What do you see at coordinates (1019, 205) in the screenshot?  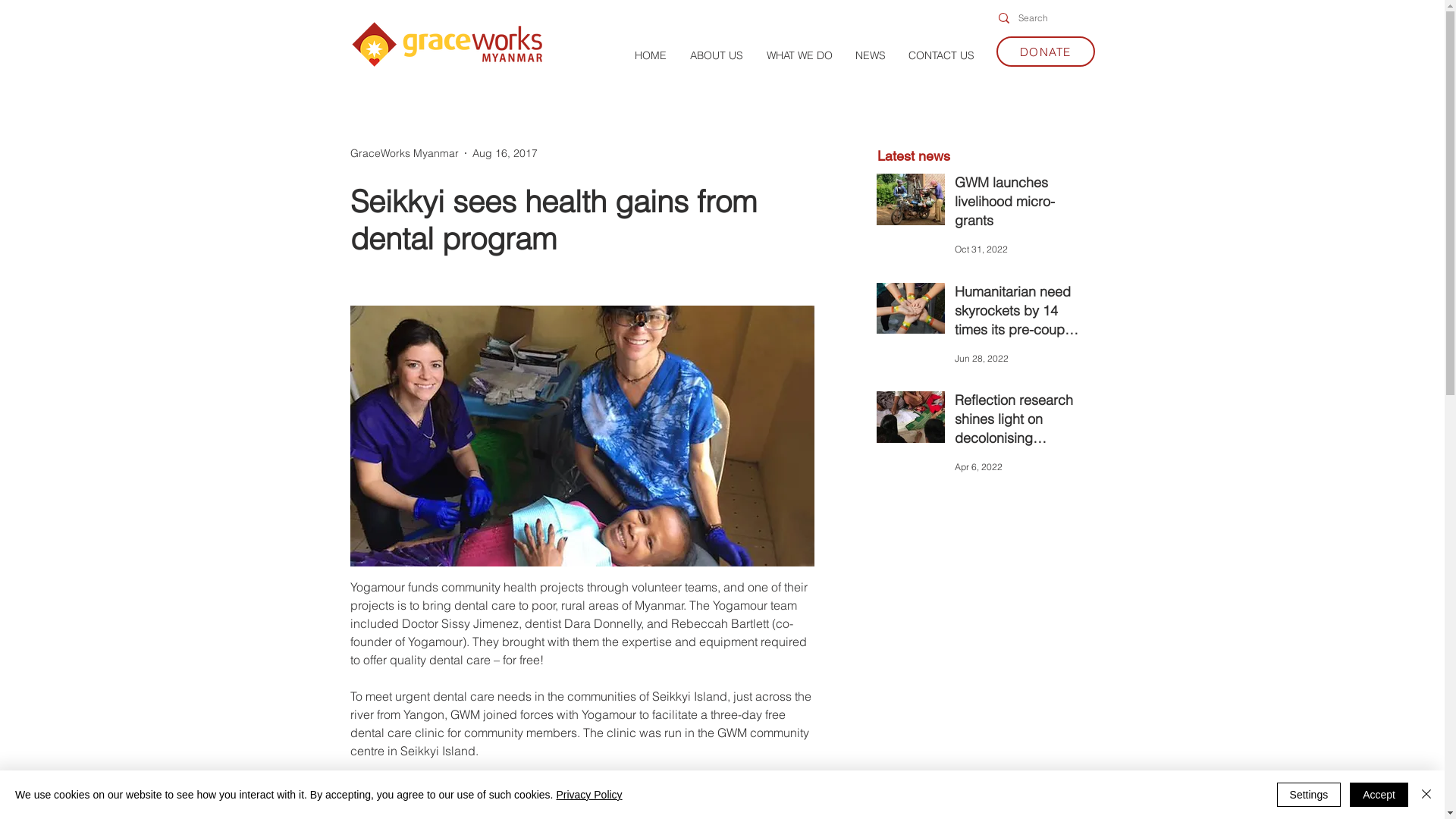 I see `'GWM launches livelihood micro-grants'` at bounding box center [1019, 205].